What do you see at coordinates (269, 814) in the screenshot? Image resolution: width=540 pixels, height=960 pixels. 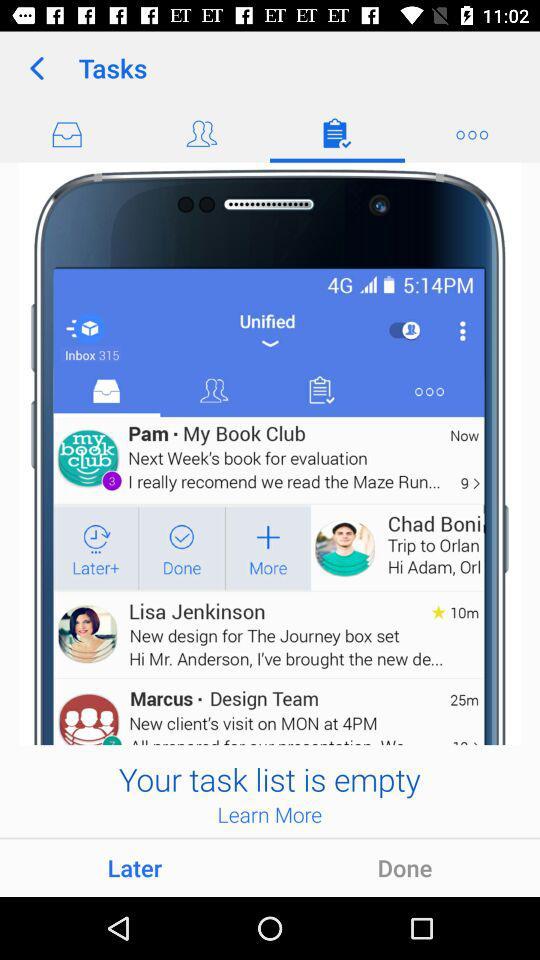 I see `the learn more app` at bounding box center [269, 814].